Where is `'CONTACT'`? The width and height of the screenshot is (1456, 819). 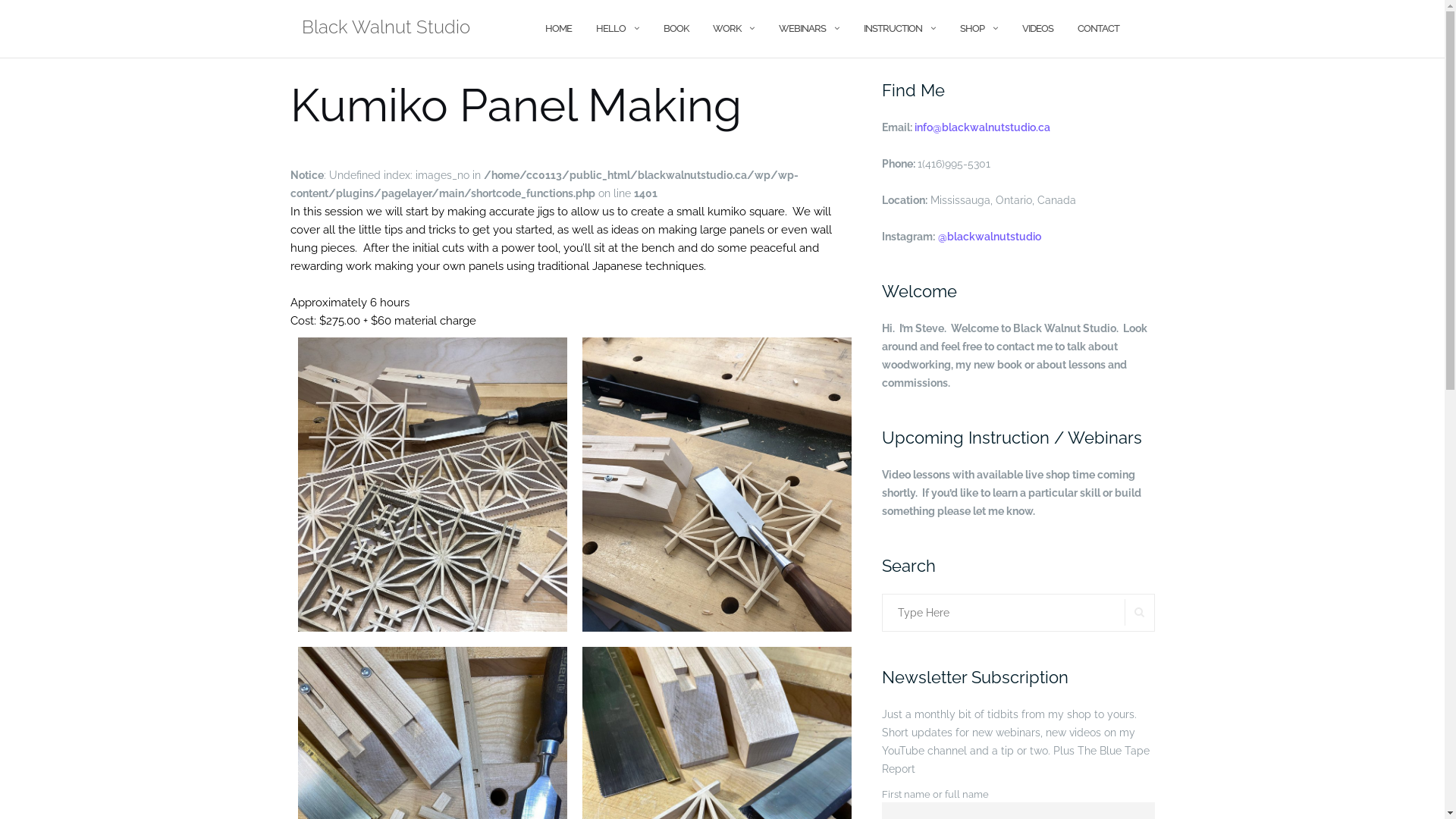
'CONTACT' is located at coordinates (1097, 28).